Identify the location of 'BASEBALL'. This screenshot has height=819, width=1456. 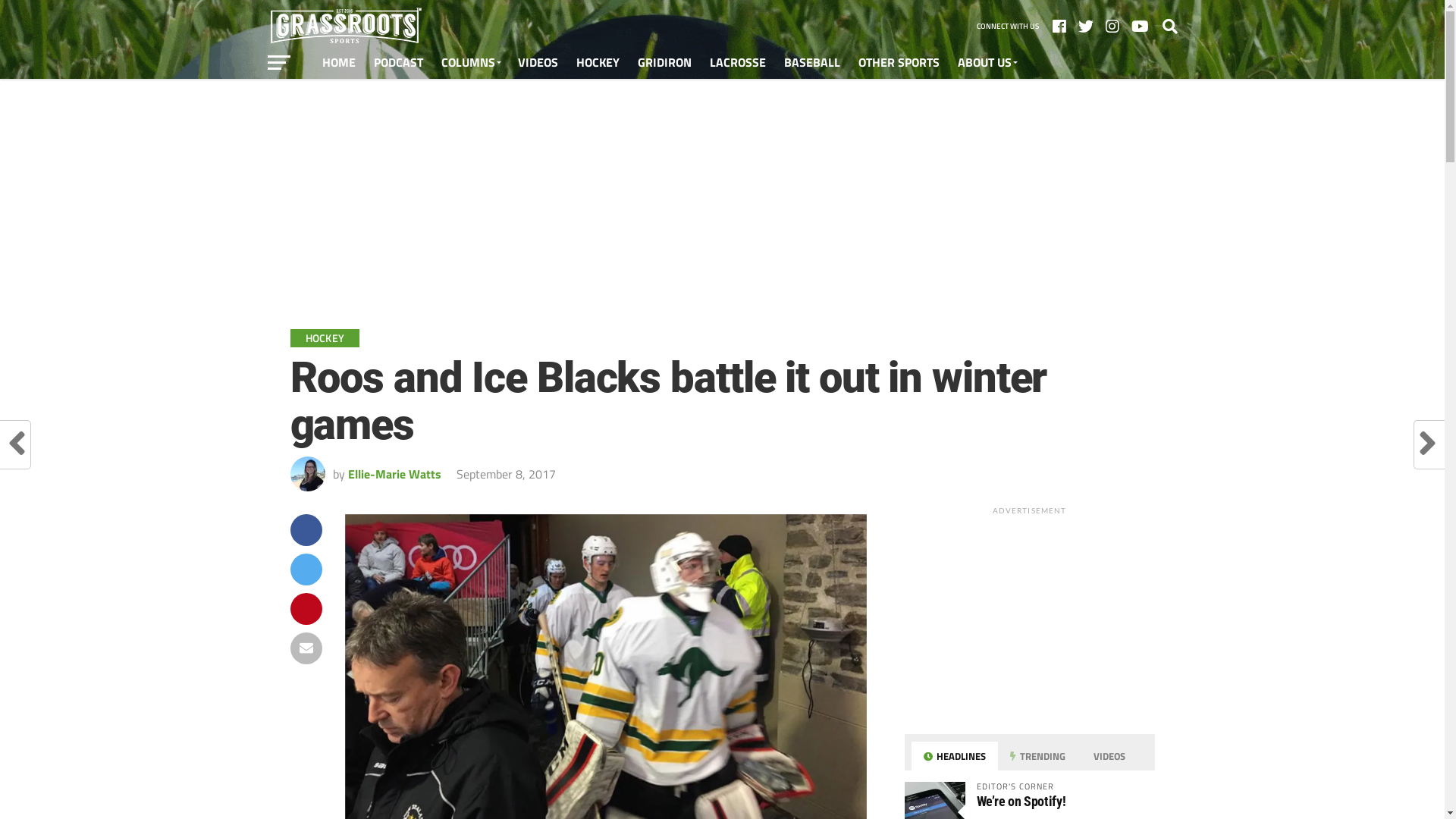
(811, 61).